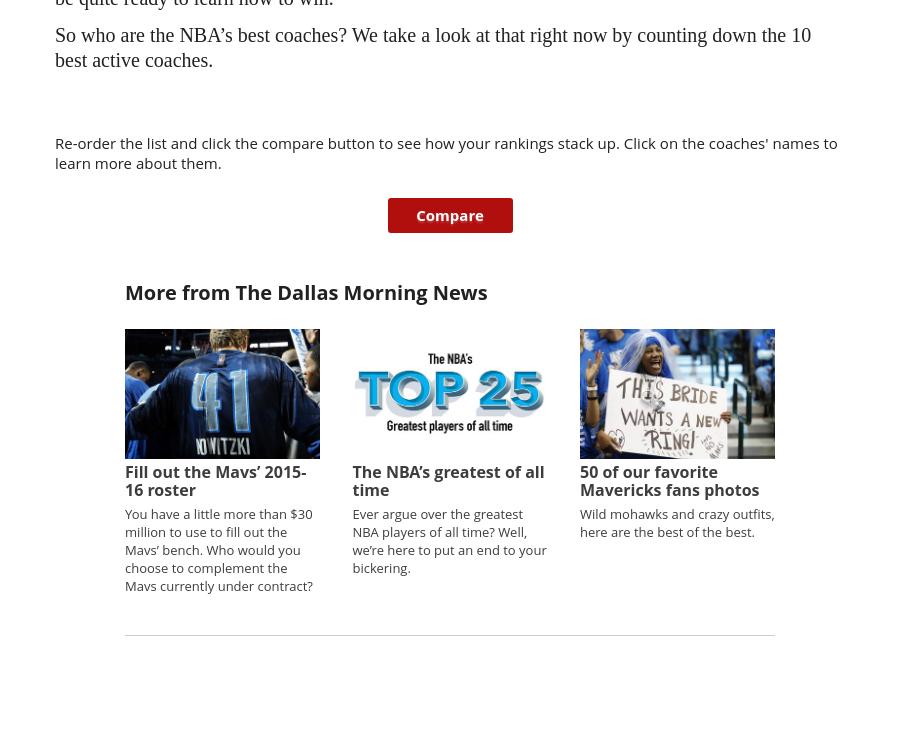  Describe the element at coordinates (579, 480) in the screenshot. I see `'50 of our favorite Mavericks fans photos'` at that location.